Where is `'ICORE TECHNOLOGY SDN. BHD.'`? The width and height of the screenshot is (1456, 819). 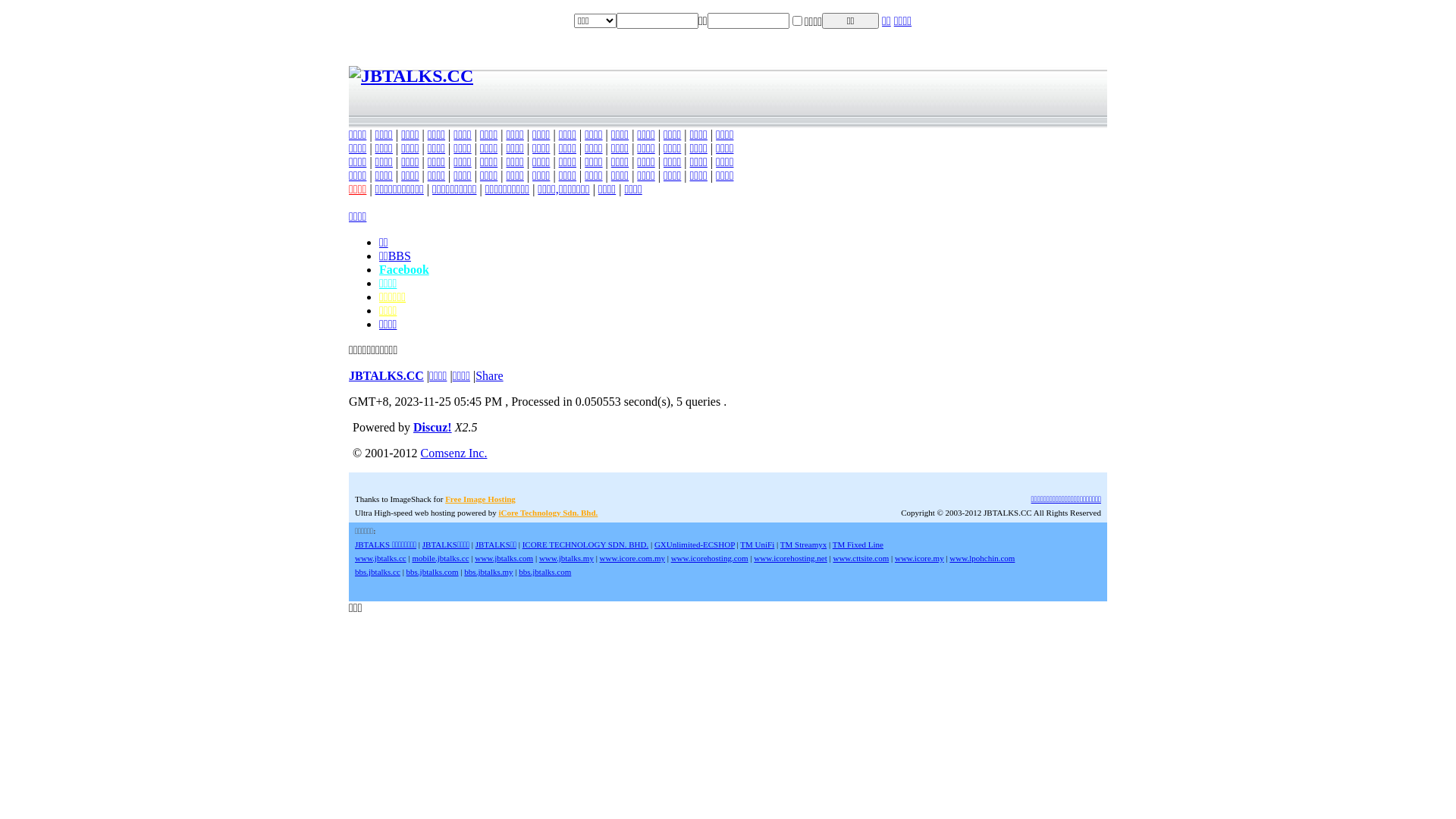 'ICORE TECHNOLOGY SDN. BHD.' is located at coordinates (522, 543).